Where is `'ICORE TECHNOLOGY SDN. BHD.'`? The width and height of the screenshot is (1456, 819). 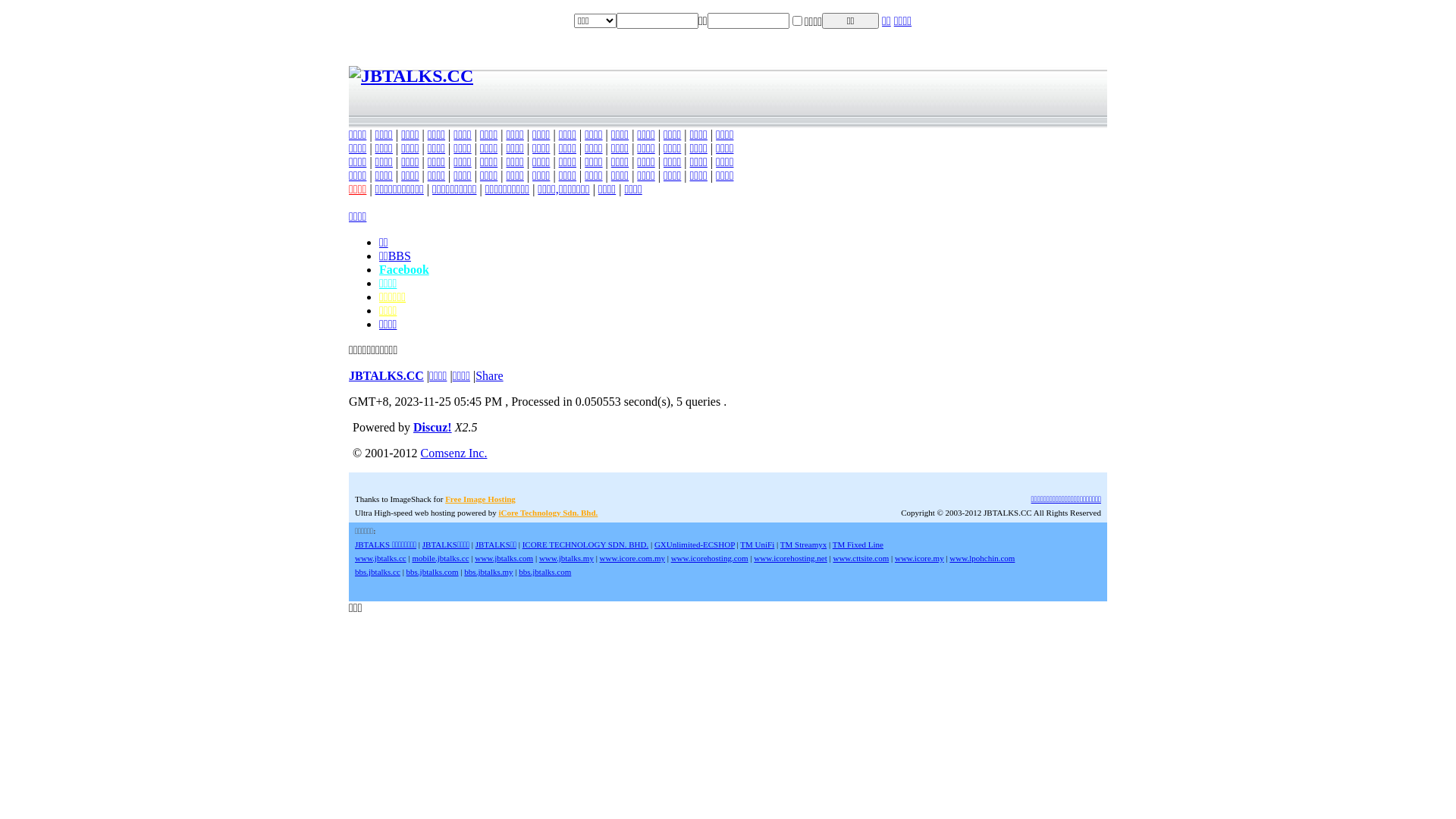 'ICORE TECHNOLOGY SDN. BHD.' is located at coordinates (522, 543).